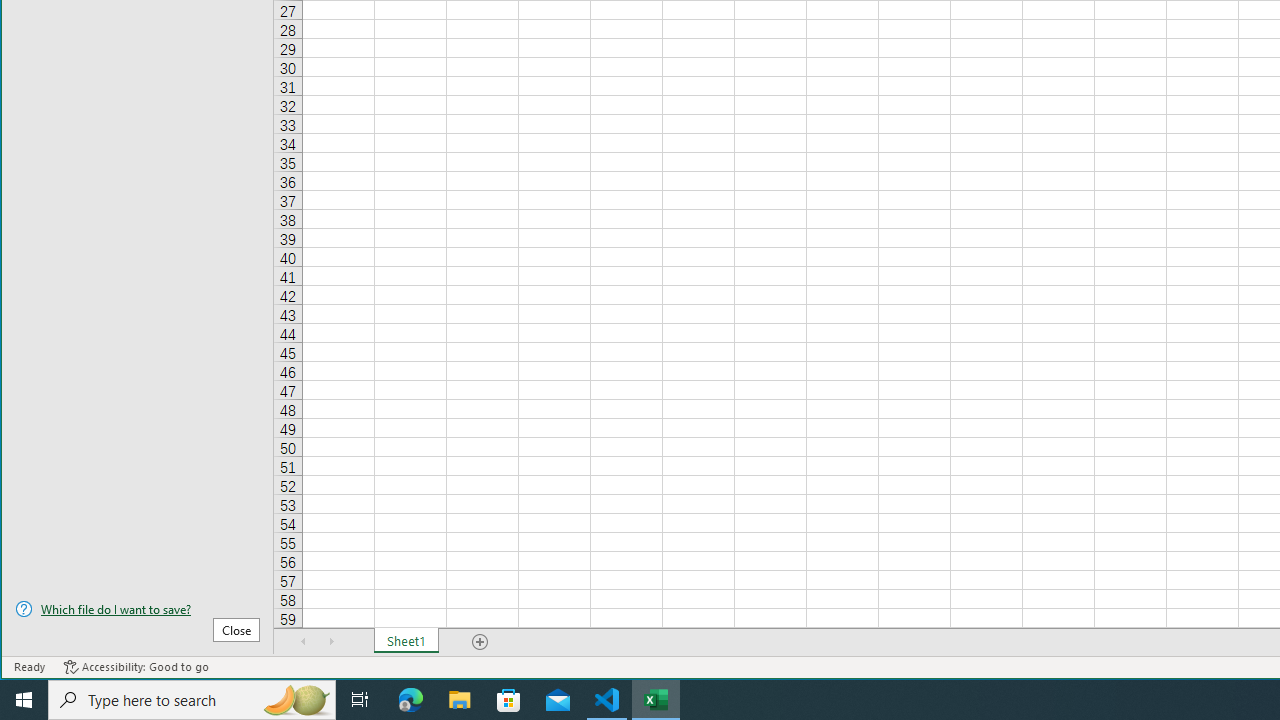 The image size is (1280, 720). I want to click on 'File Explorer', so click(459, 698).